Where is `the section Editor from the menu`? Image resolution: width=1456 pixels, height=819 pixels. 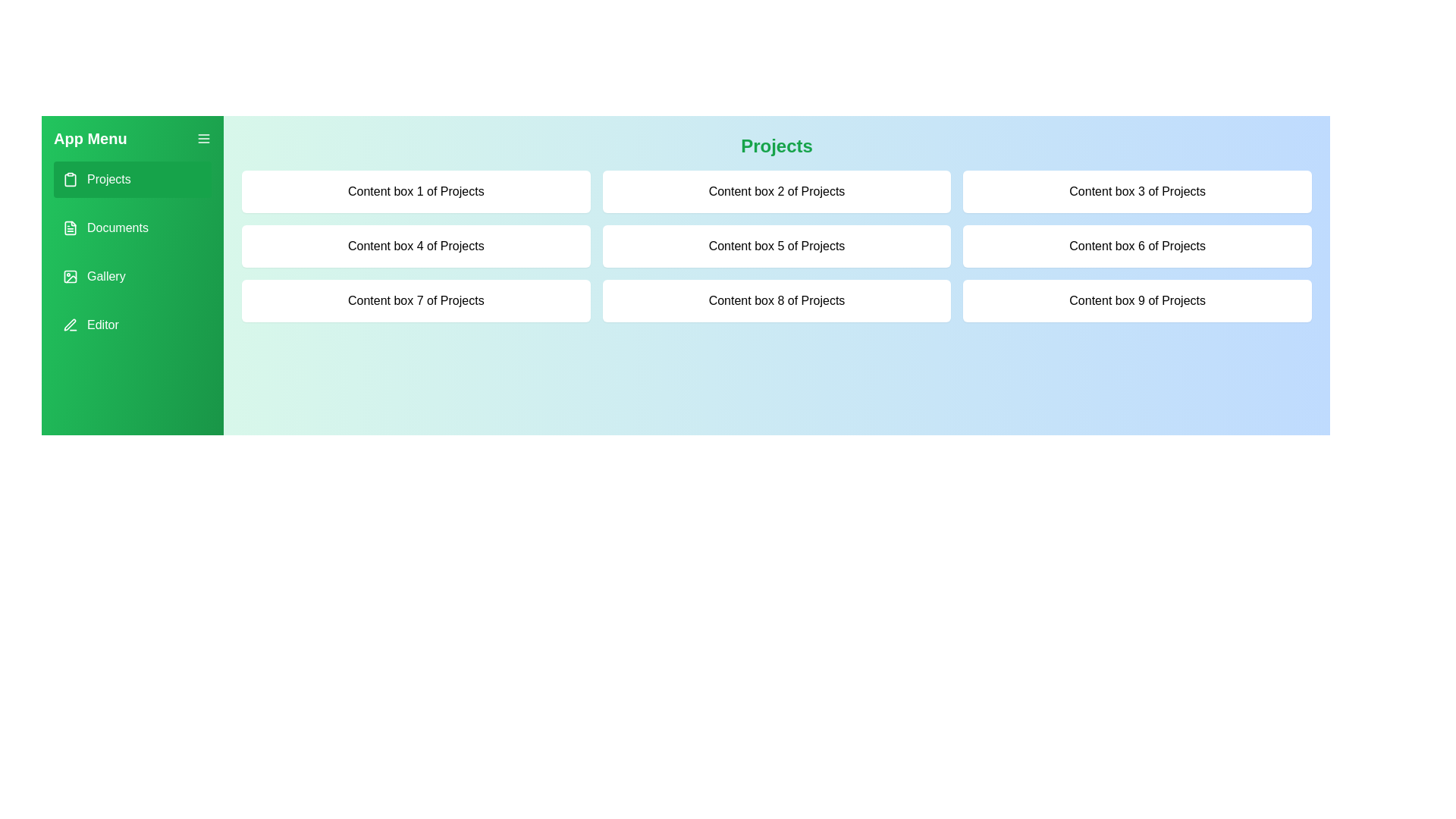 the section Editor from the menu is located at coordinates (132, 324).